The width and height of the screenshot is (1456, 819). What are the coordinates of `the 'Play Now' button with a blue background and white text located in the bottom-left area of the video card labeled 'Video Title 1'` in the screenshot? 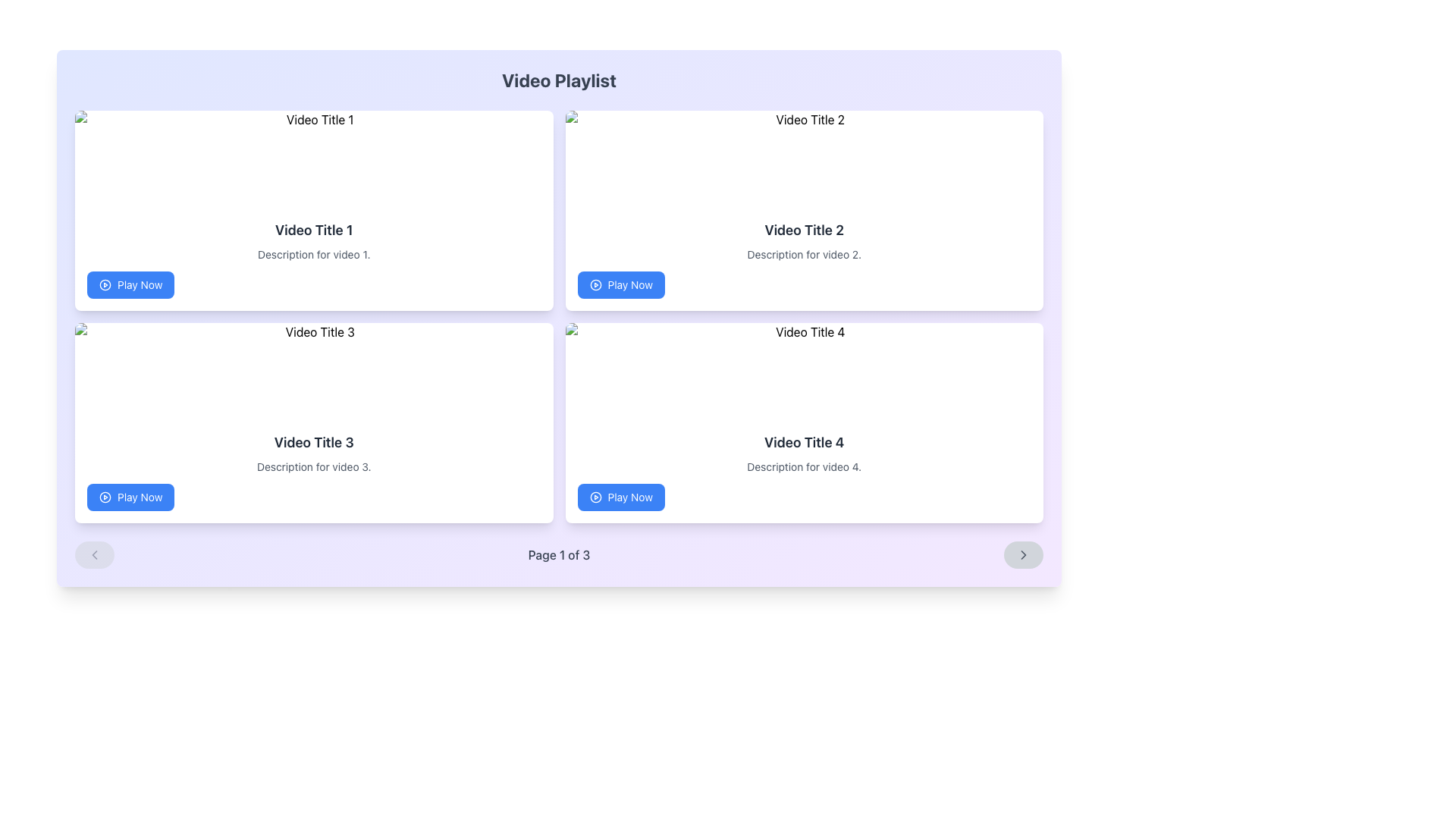 It's located at (130, 284).